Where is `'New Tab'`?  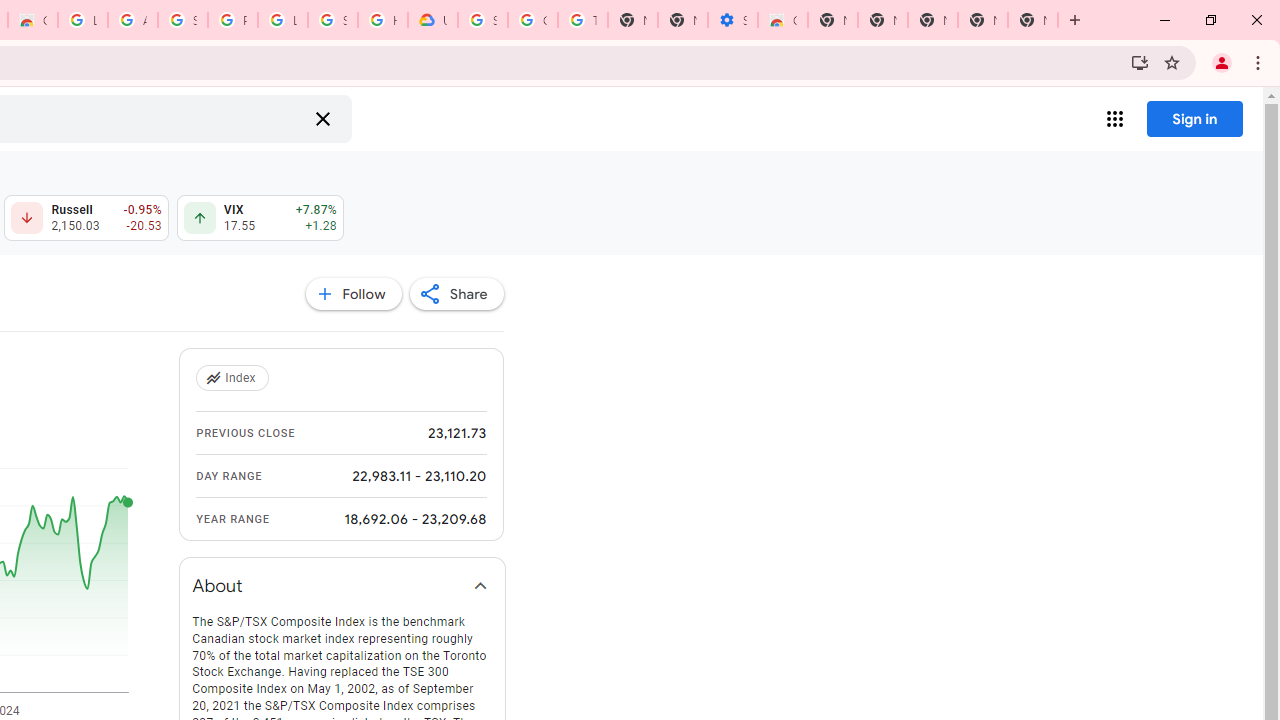 'New Tab' is located at coordinates (1032, 20).